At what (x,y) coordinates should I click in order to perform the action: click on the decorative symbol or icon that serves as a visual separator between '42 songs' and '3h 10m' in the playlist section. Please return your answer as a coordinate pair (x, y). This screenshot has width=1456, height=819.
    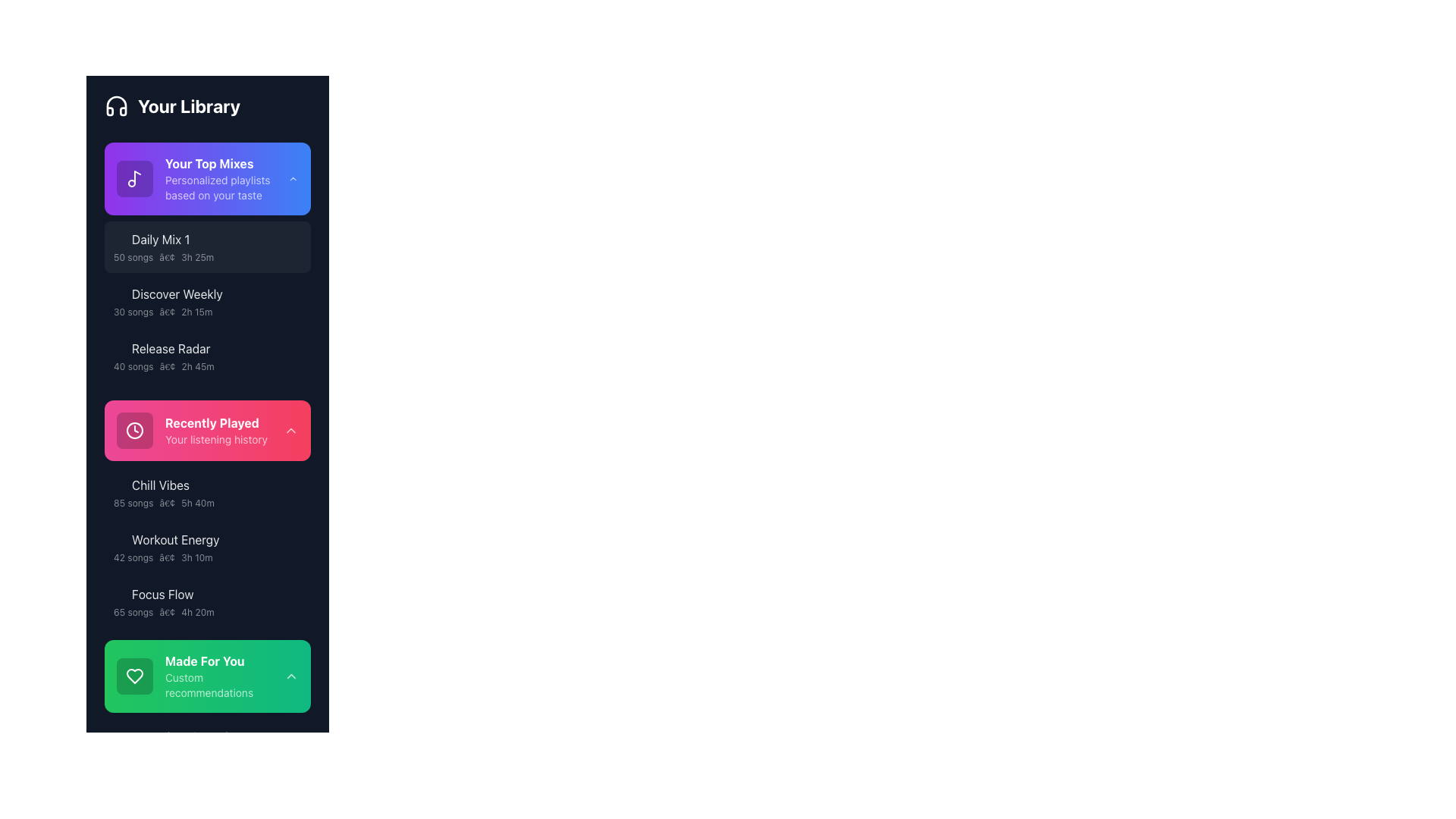
    Looking at the image, I should click on (167, 558).